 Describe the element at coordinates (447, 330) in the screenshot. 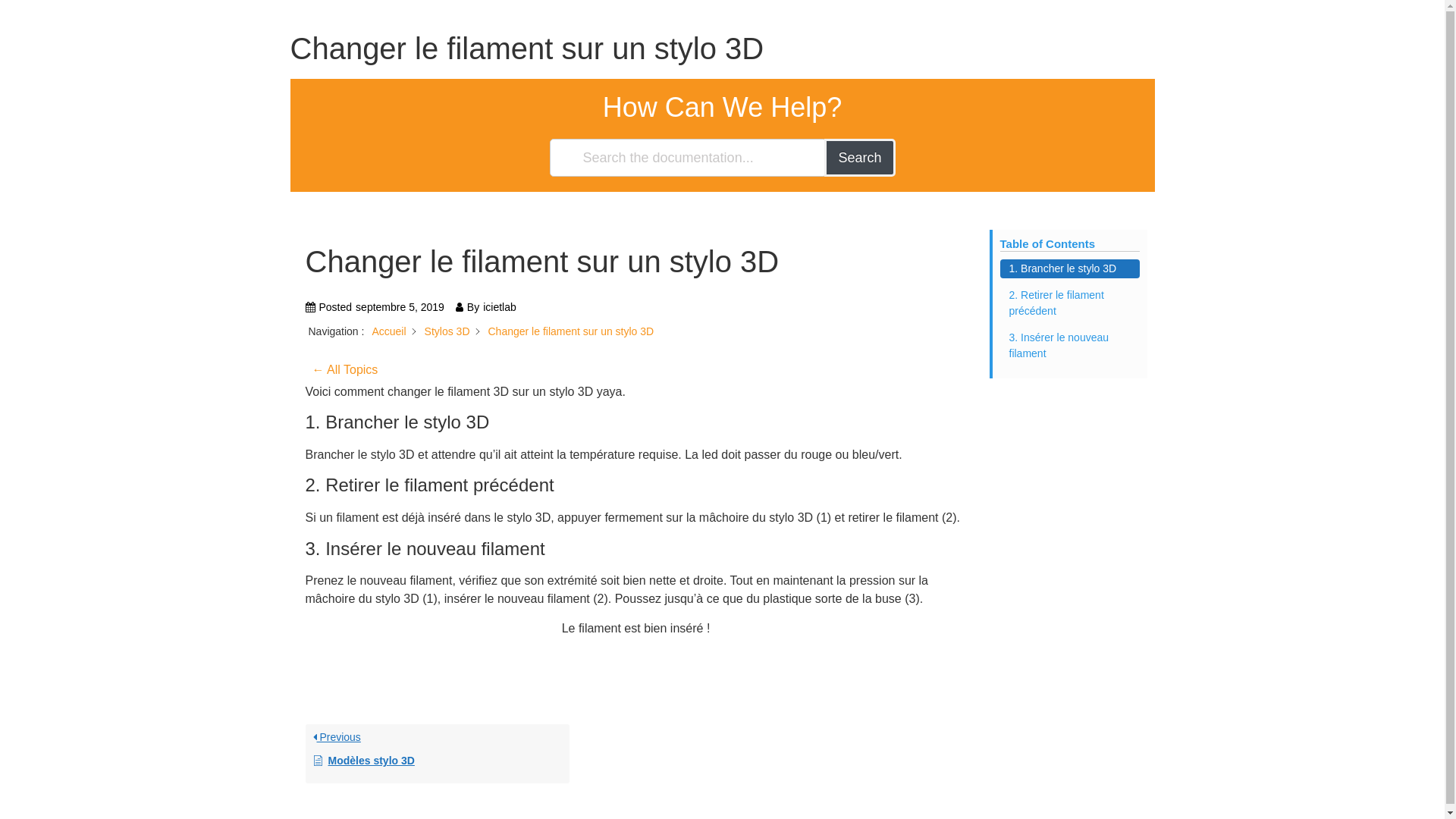

I see `'Stylos 3D'` at that location.